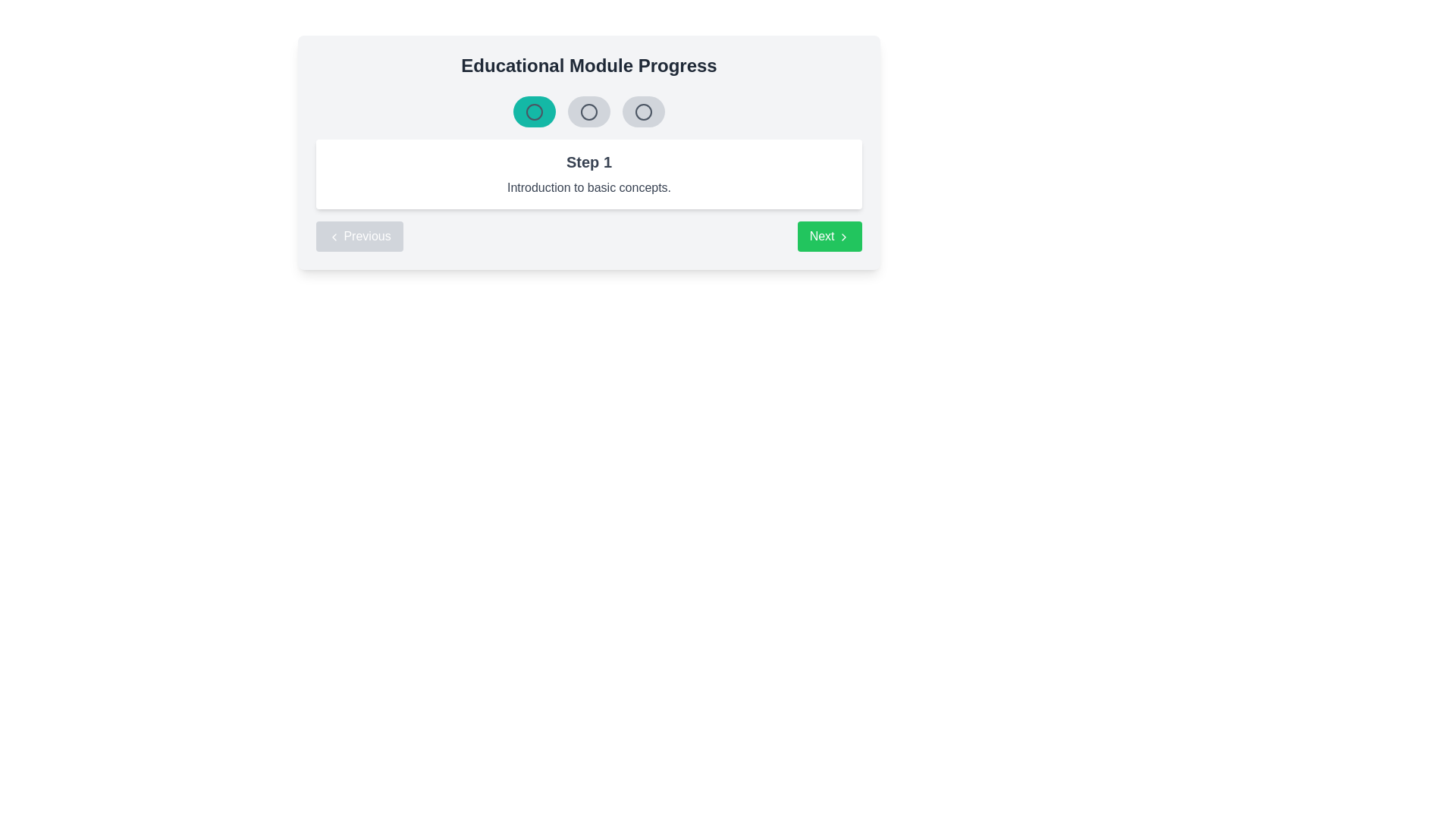 The width and height of the screenshot is (1456, 819). I want to click on the Informational Box which indicates the current educational step (Step 1) and describes it as 'Introduction to basic concepts', so click(588, 172).